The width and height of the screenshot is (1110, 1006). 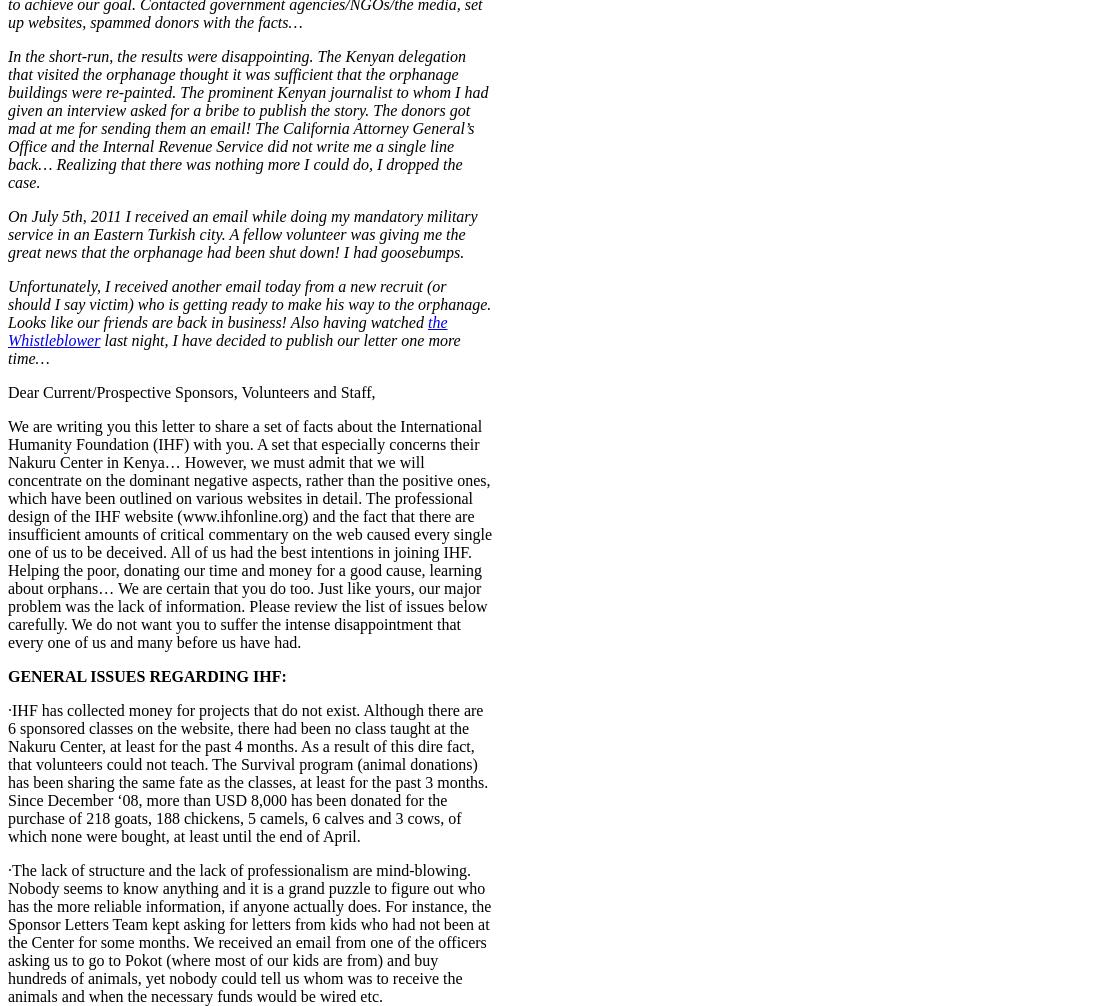 What do you see at coordinates (247, 771) in the screenshot?
I see `'·IHF has collected money for projects that do not exist. Although there are 6 sponsored classes on the website, there had been no class taught at the Nakuru Center, at least for the past 4 months. As a result of this dire fact, that volunteers could not teach. The Survival program (animal donations) has been sharing the same fate as the classes, at least for the past 3 months. Since December ‘08, more than USD 8,000 has been donated for the purchase of 218 goats, 188 chickens, 5 camels, 6 calves and 3 cows, of which none were bought, at least until the end of April.'` at bounding box center [247, 771].